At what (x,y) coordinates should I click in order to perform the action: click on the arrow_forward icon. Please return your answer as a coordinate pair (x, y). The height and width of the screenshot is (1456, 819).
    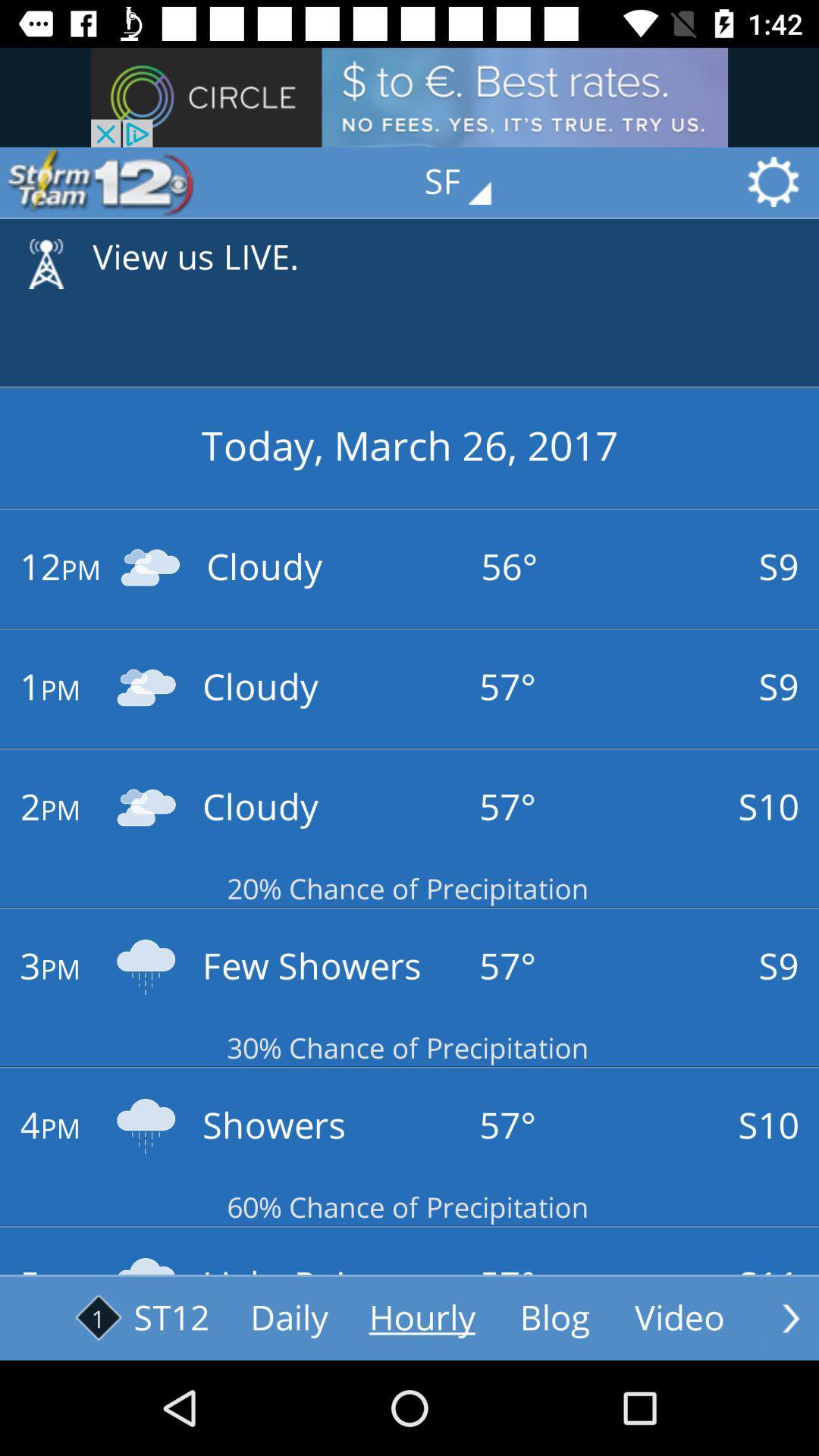
    Looking at the image, I should click on (790, 1317).